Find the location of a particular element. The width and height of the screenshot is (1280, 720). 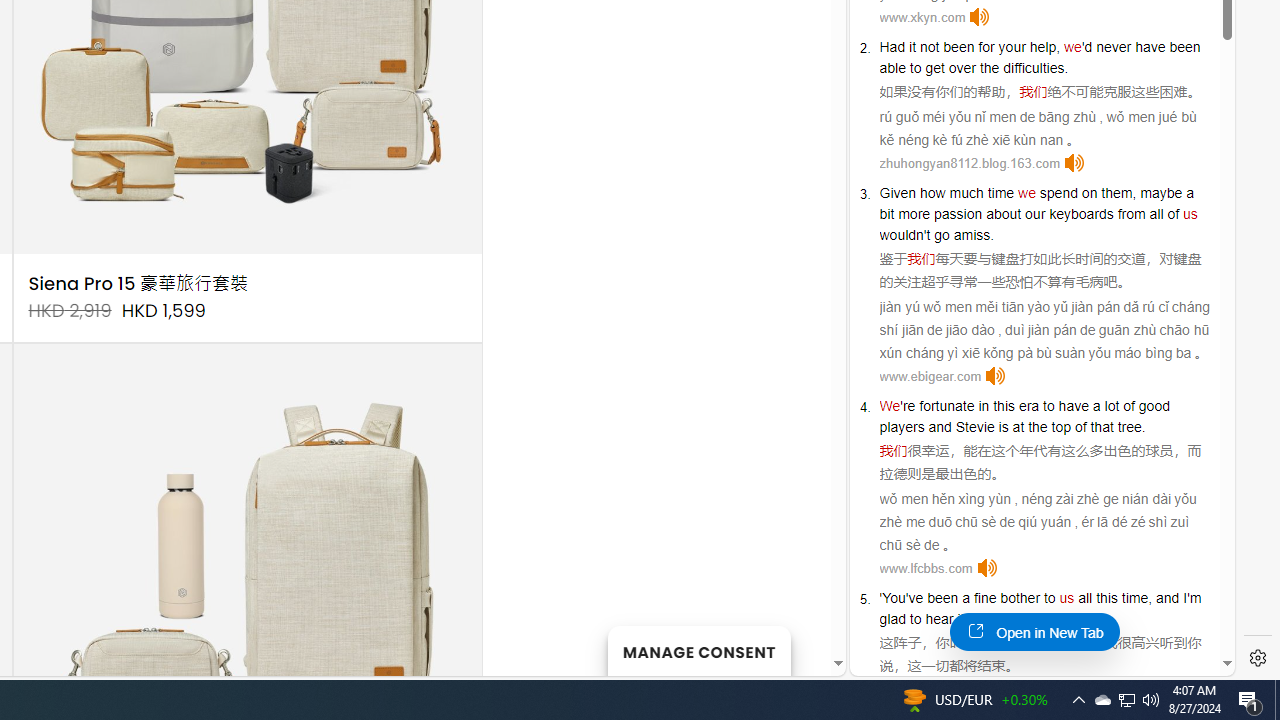

'era' is located at coordinates (1028, 405).